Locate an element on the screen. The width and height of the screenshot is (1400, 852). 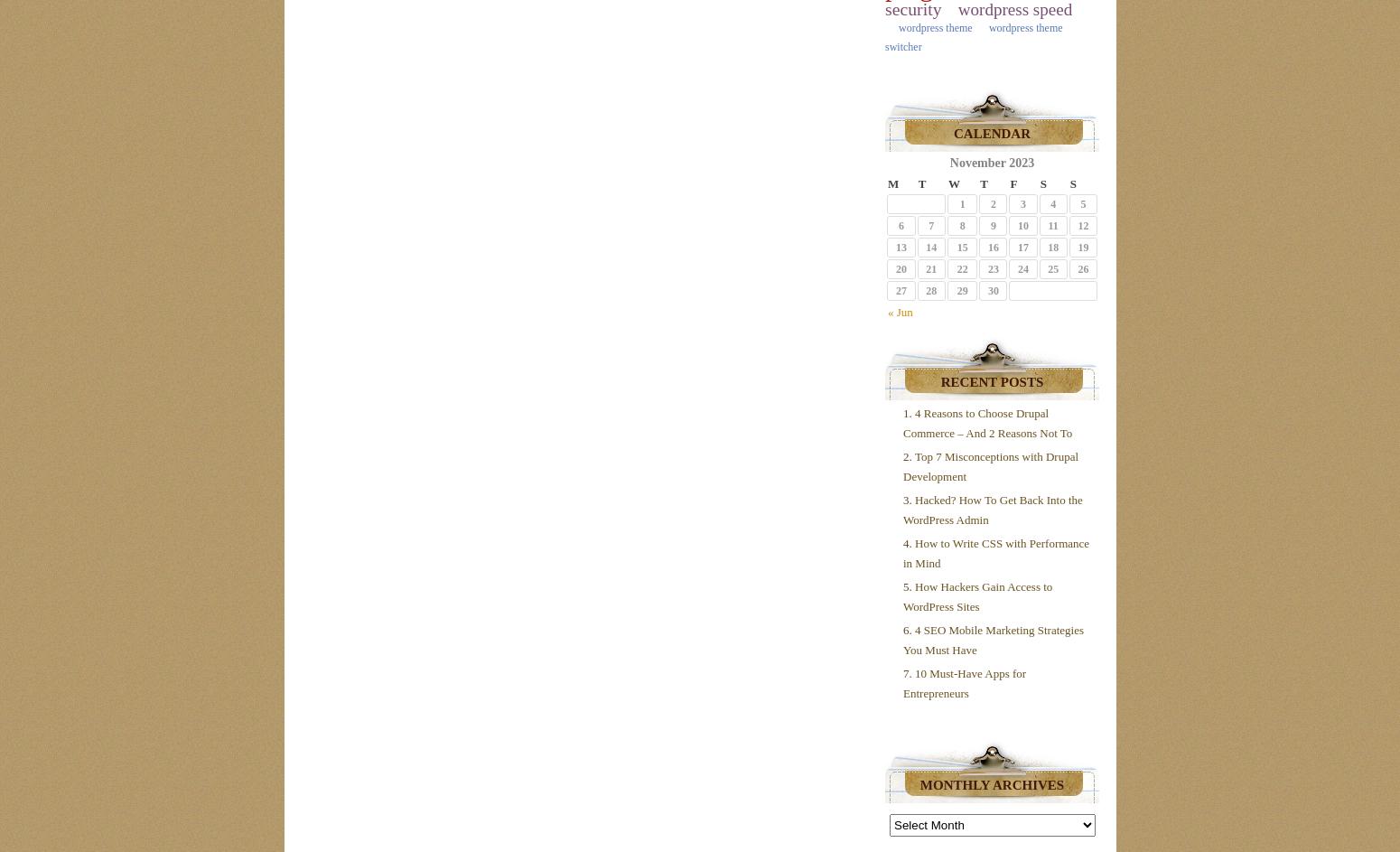
'Monthly Archives' is located at coordinates (991, 784).